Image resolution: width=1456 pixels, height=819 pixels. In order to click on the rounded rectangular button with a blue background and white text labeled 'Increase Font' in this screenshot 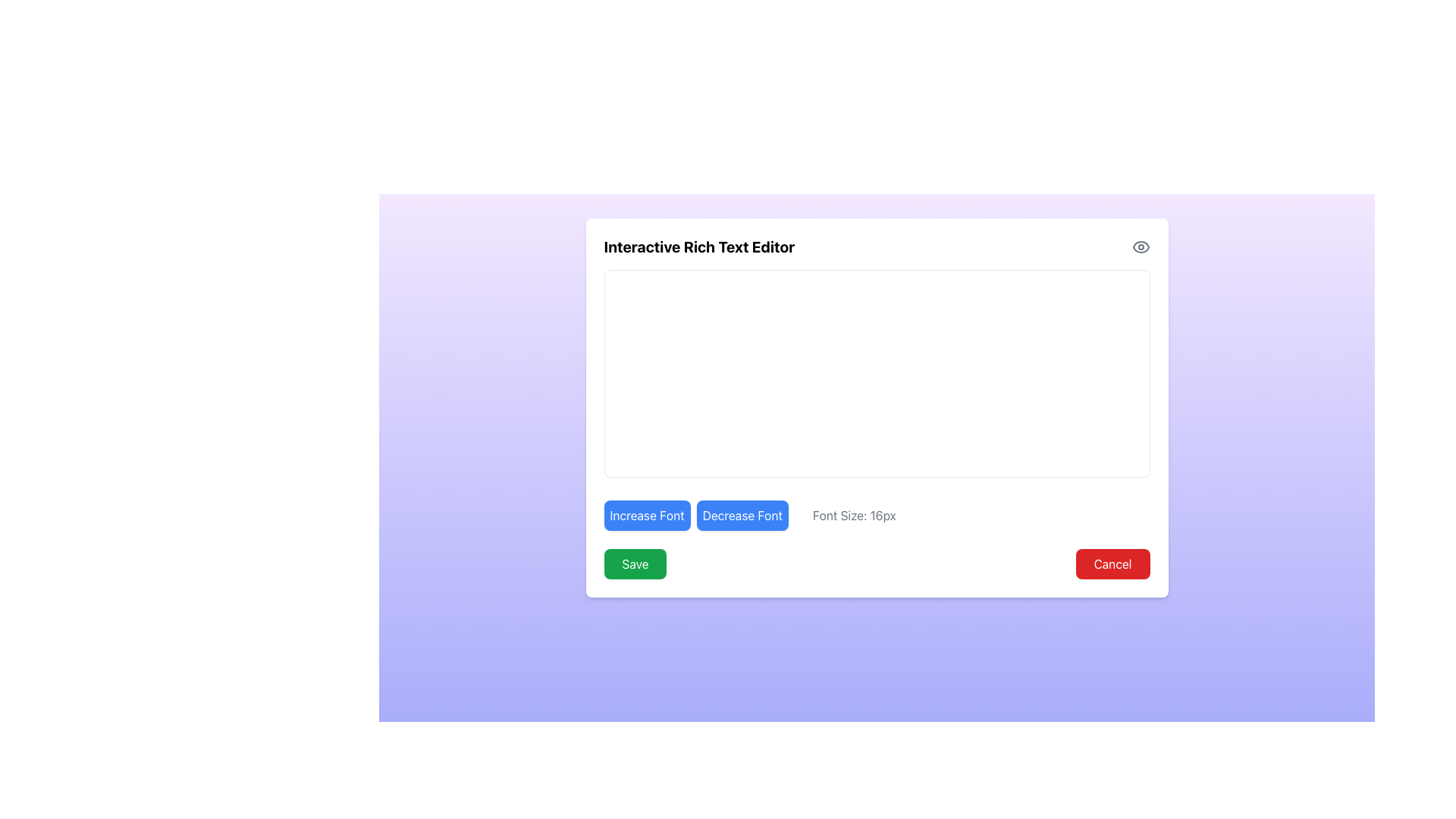, I will do `click(647, 514)`.